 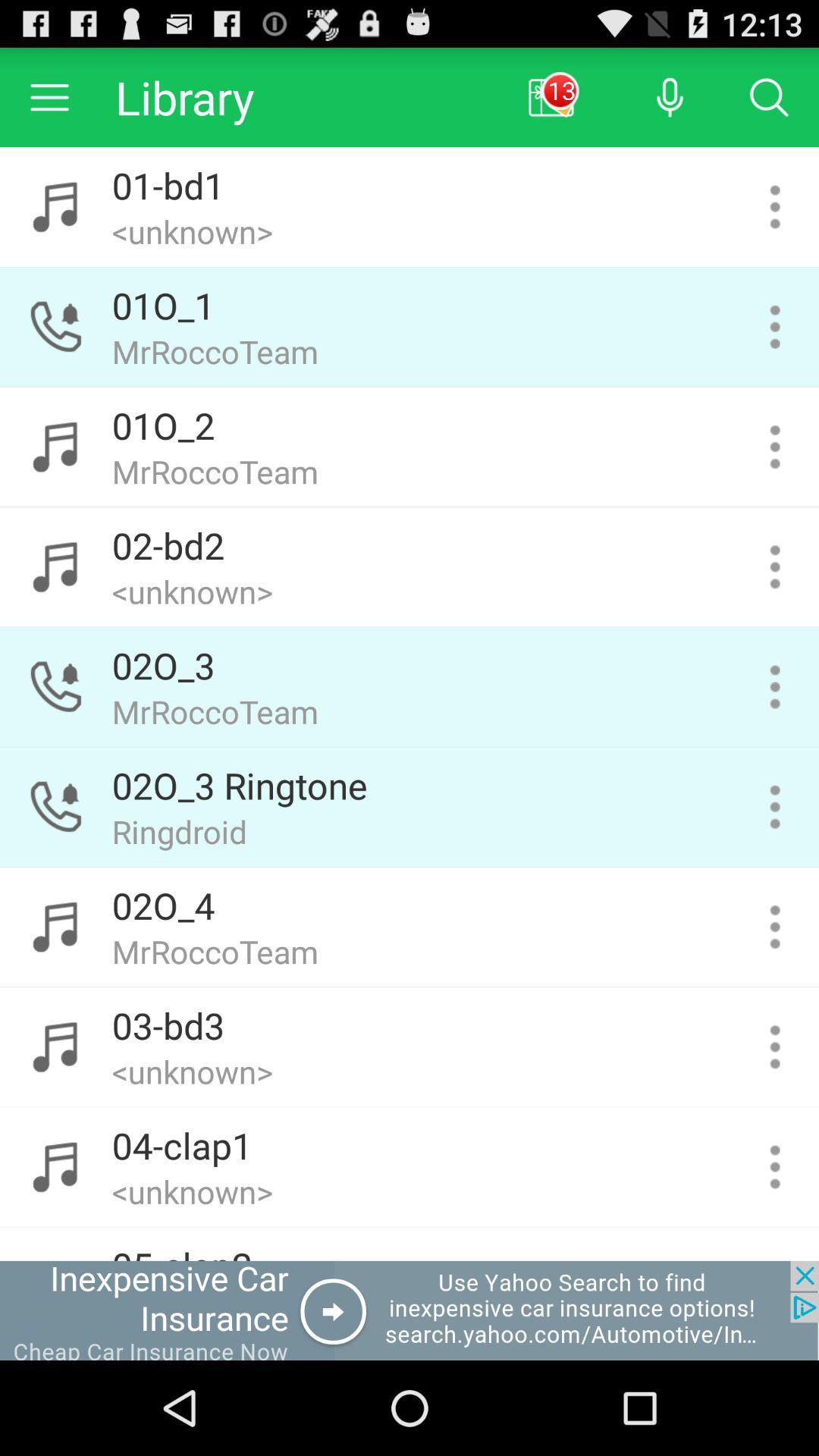 What do you see at coordinates (775, 326) in the screenshot?
I see `open context menu` at bounding box center [775, 326].